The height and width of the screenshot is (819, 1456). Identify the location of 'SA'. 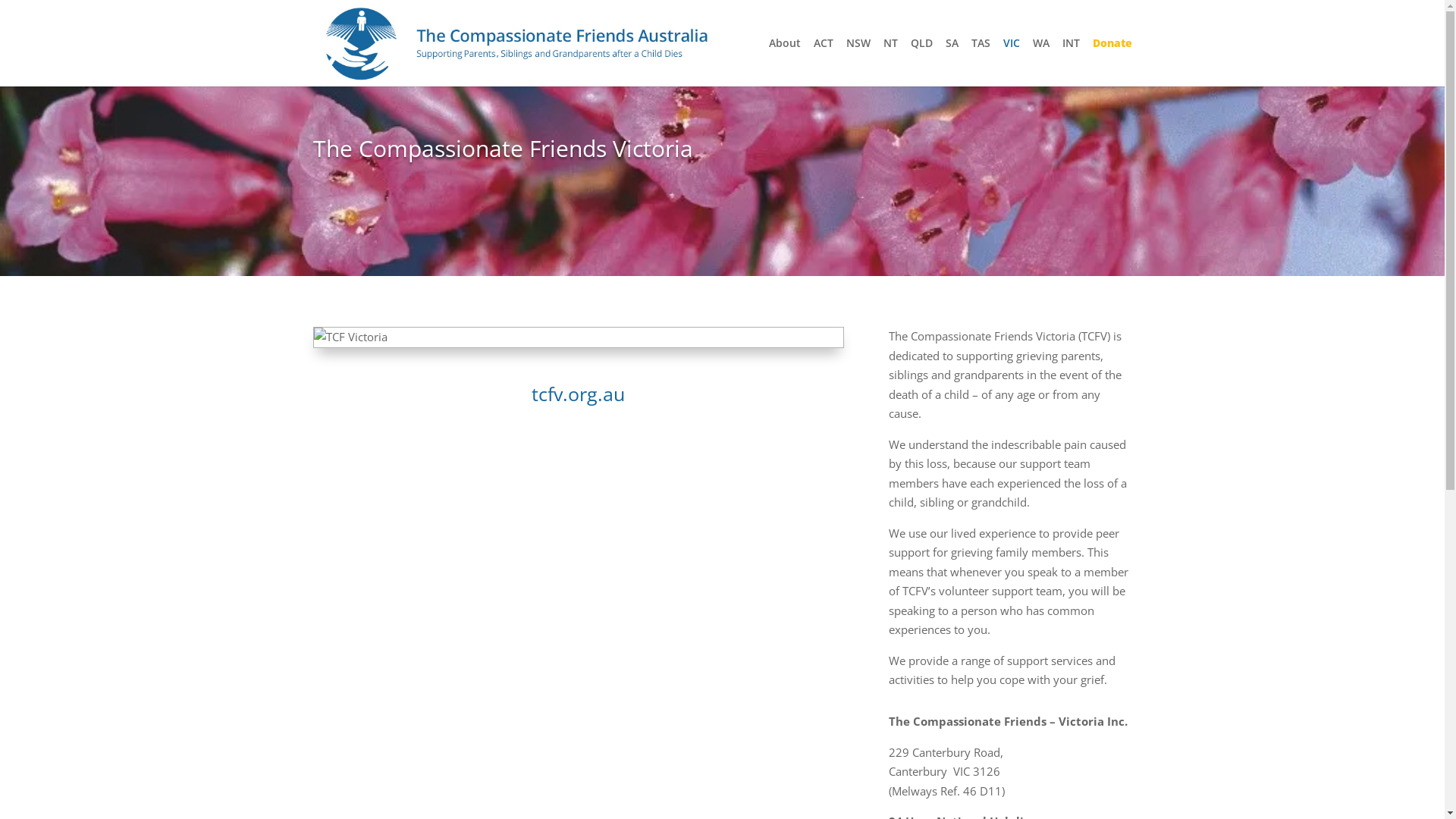
(944, 61).